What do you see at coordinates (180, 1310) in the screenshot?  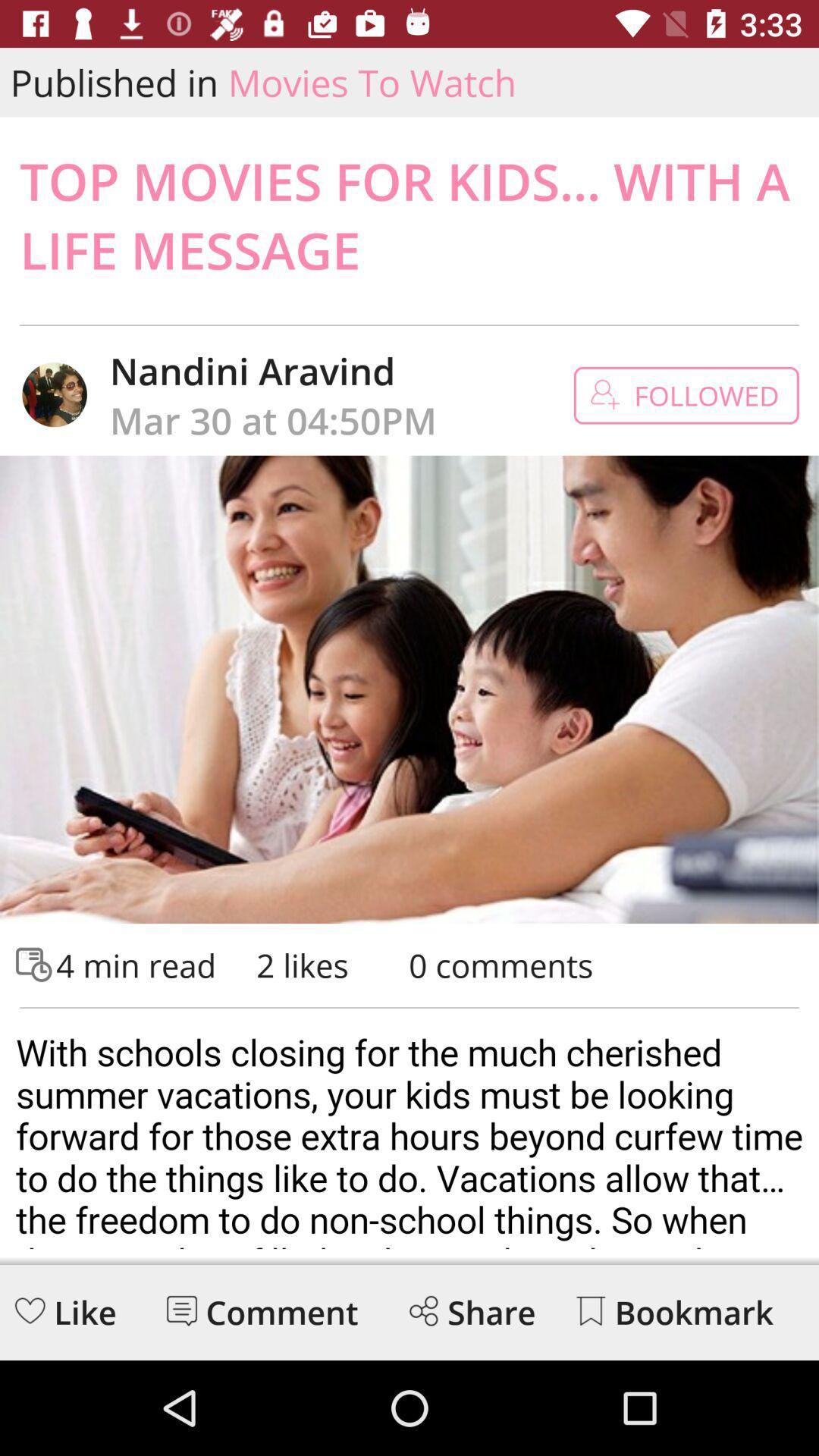 I see `comment` at bounding box center [180, 1310].